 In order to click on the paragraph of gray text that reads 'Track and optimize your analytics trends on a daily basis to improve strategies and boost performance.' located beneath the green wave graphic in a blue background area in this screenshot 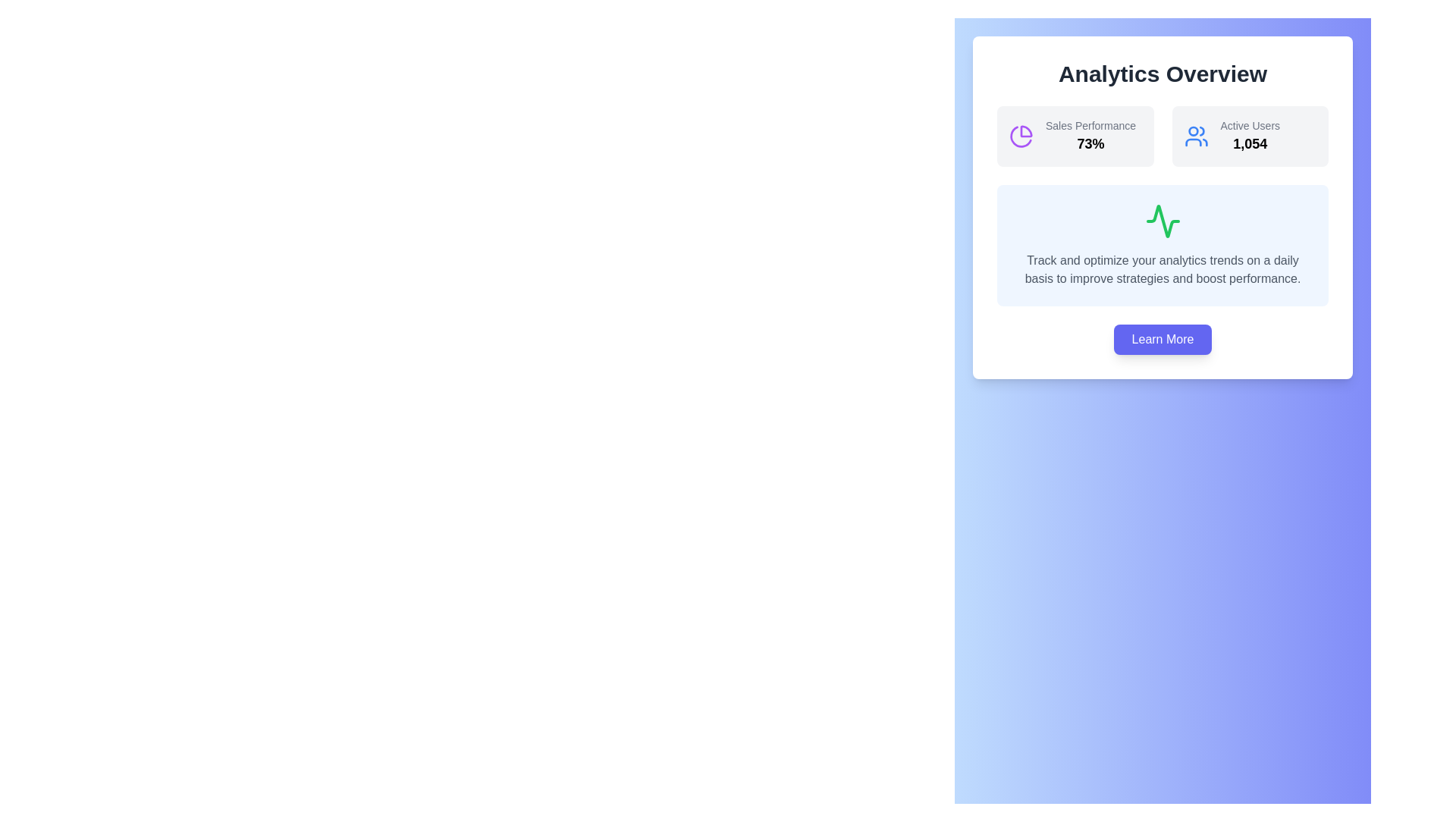, I will do `click(1162, 268)`.